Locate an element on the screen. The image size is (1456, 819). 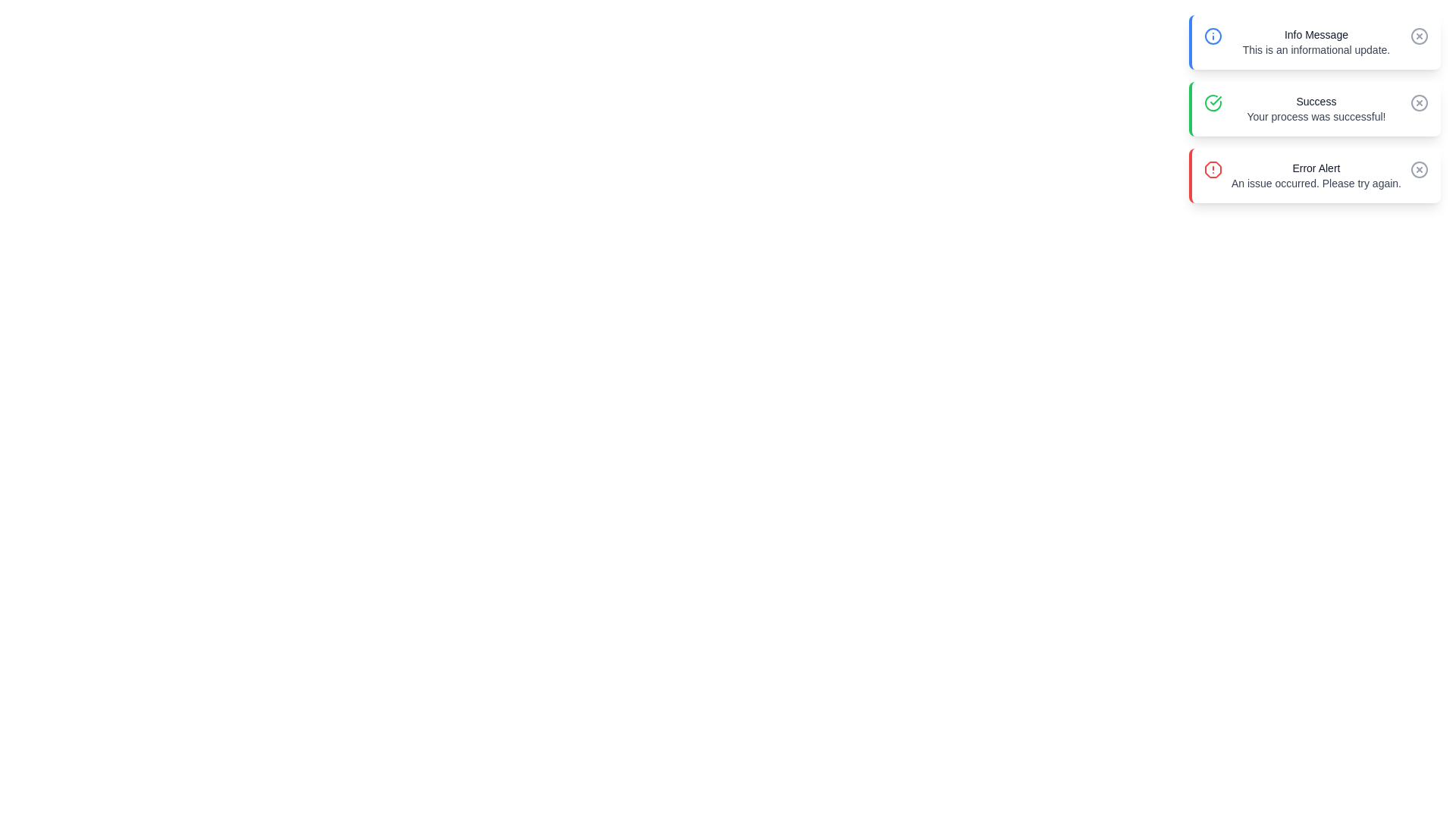
the dismiss button, which is a small light gray circular icon with an embedded 'X', located to the right of the 'Success' message in the upper-right corner of the notification box is located at coordinates (1419, 102).